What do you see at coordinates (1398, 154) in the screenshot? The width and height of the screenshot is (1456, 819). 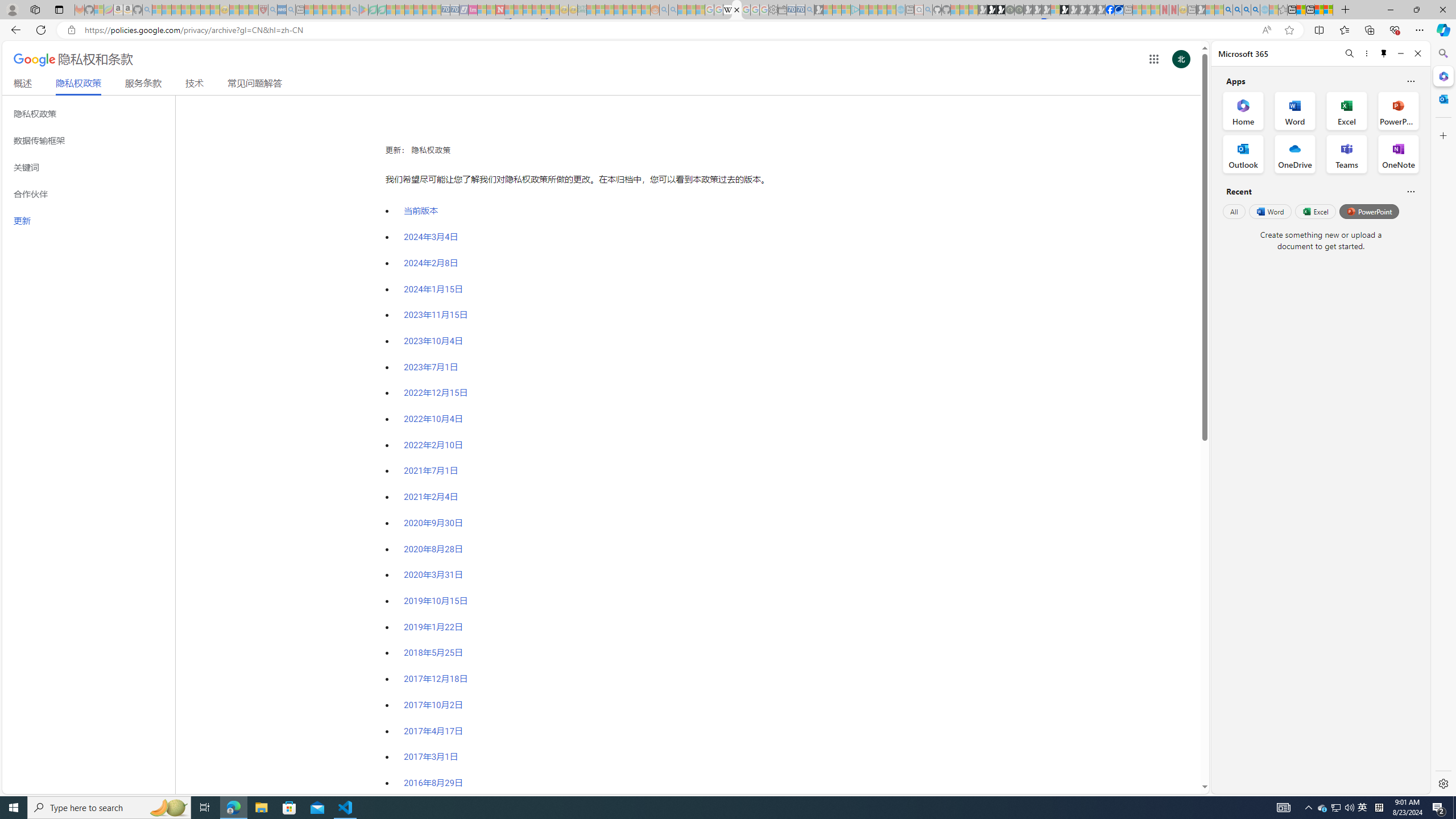 I see `'OneNote Office App'` at bounding box center [1398, 154].